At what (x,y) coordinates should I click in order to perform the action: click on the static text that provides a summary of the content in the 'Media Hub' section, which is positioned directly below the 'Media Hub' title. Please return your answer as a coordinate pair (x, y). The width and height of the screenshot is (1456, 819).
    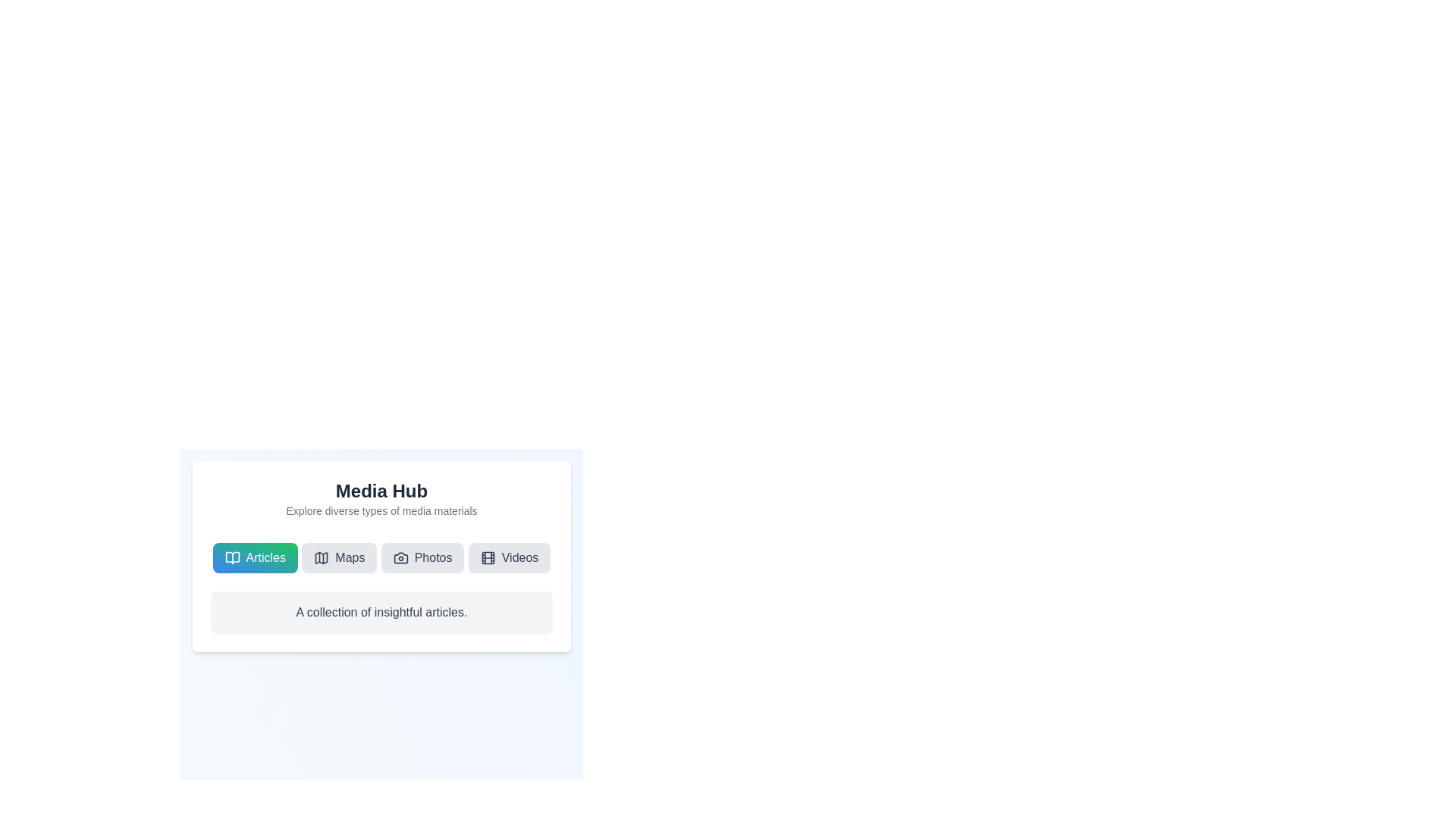
    Looking at the image, I should click on (381, 511).